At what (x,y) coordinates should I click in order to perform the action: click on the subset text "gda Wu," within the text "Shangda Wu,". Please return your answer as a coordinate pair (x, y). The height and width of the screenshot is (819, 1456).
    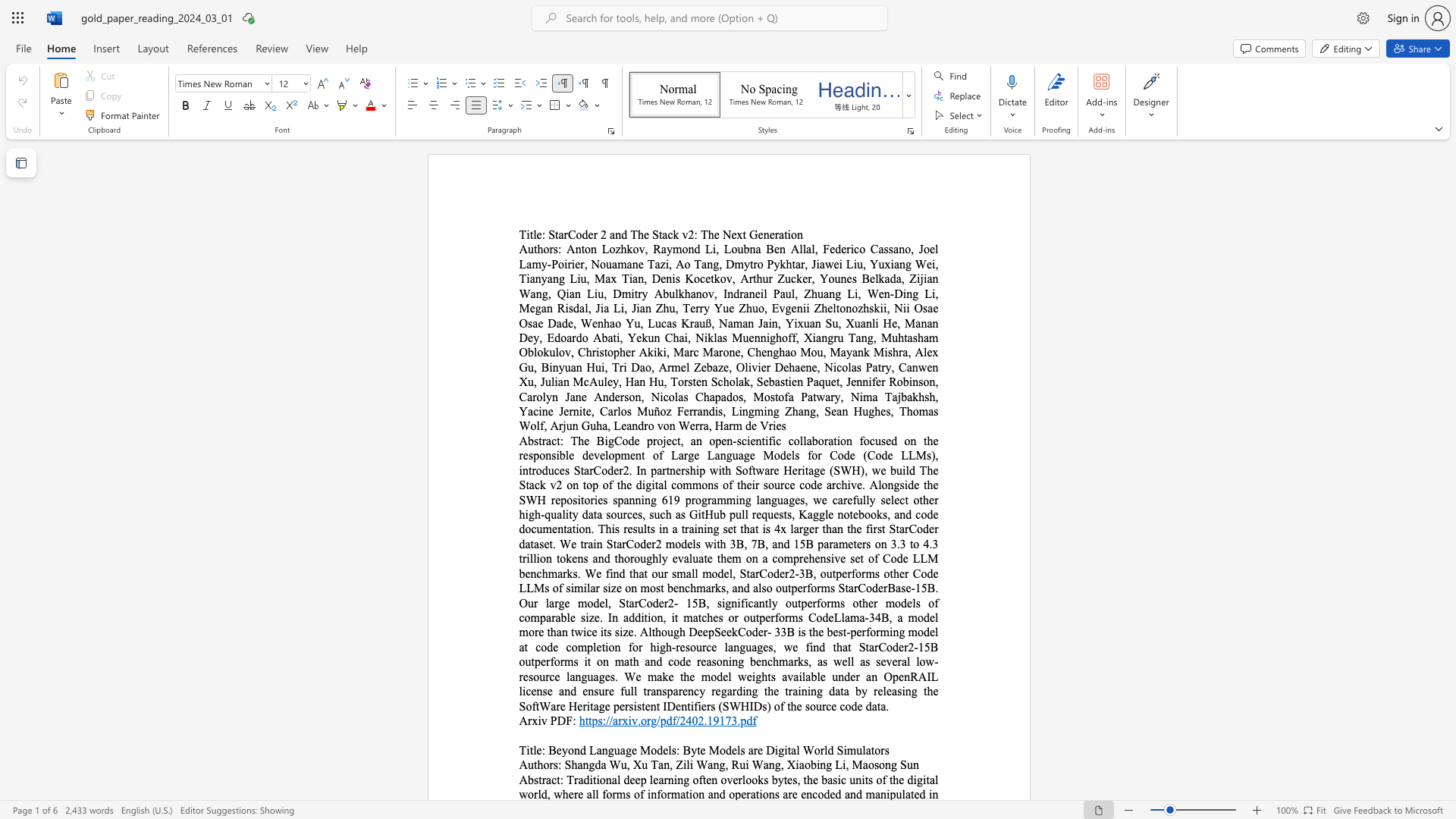
    Looking at the image, I should click on (588, 764).